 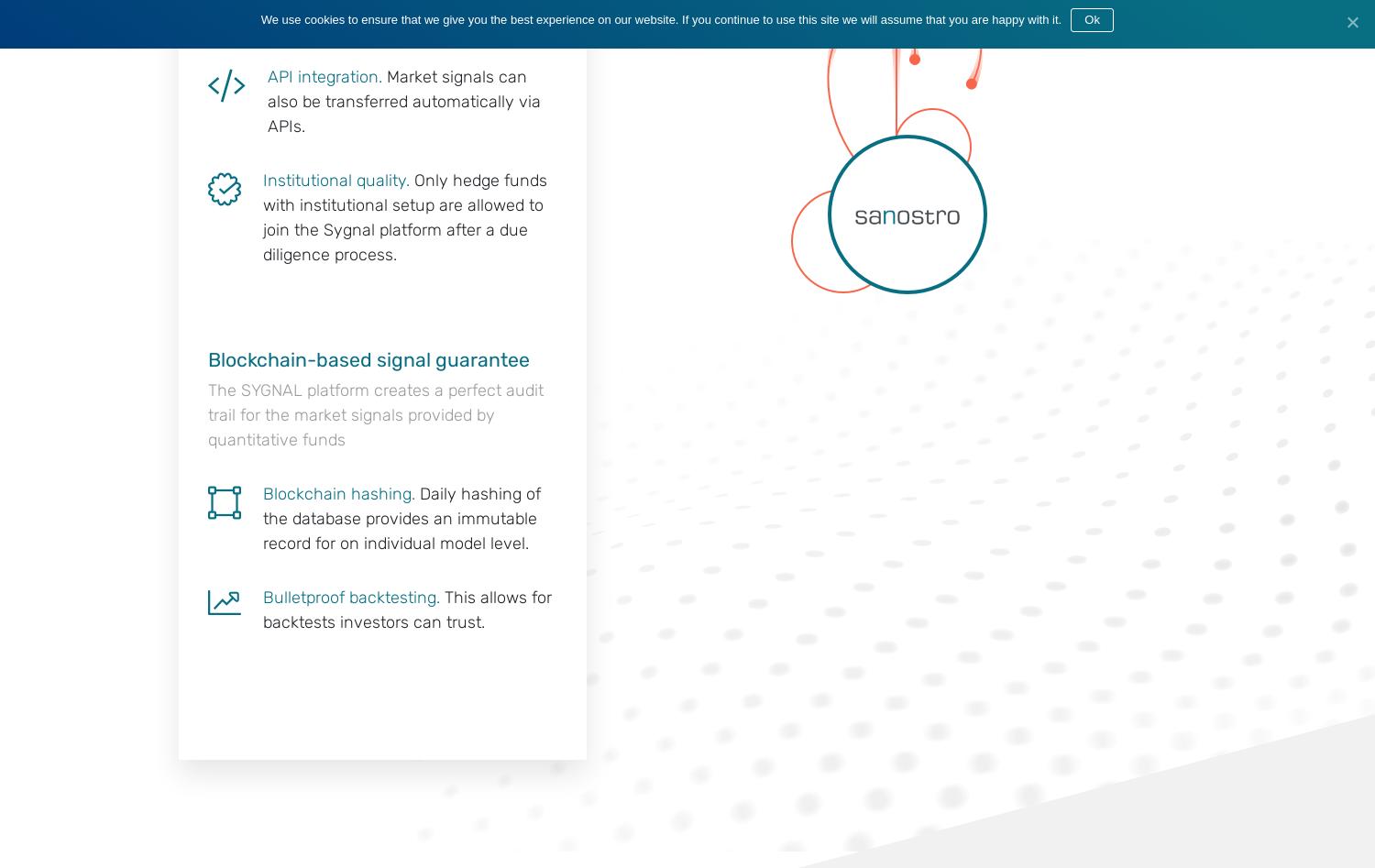 What do you see at coordinates (1091, 19) in the screenshot?
I see `'Ok'` at bounding box center [1091, 19].